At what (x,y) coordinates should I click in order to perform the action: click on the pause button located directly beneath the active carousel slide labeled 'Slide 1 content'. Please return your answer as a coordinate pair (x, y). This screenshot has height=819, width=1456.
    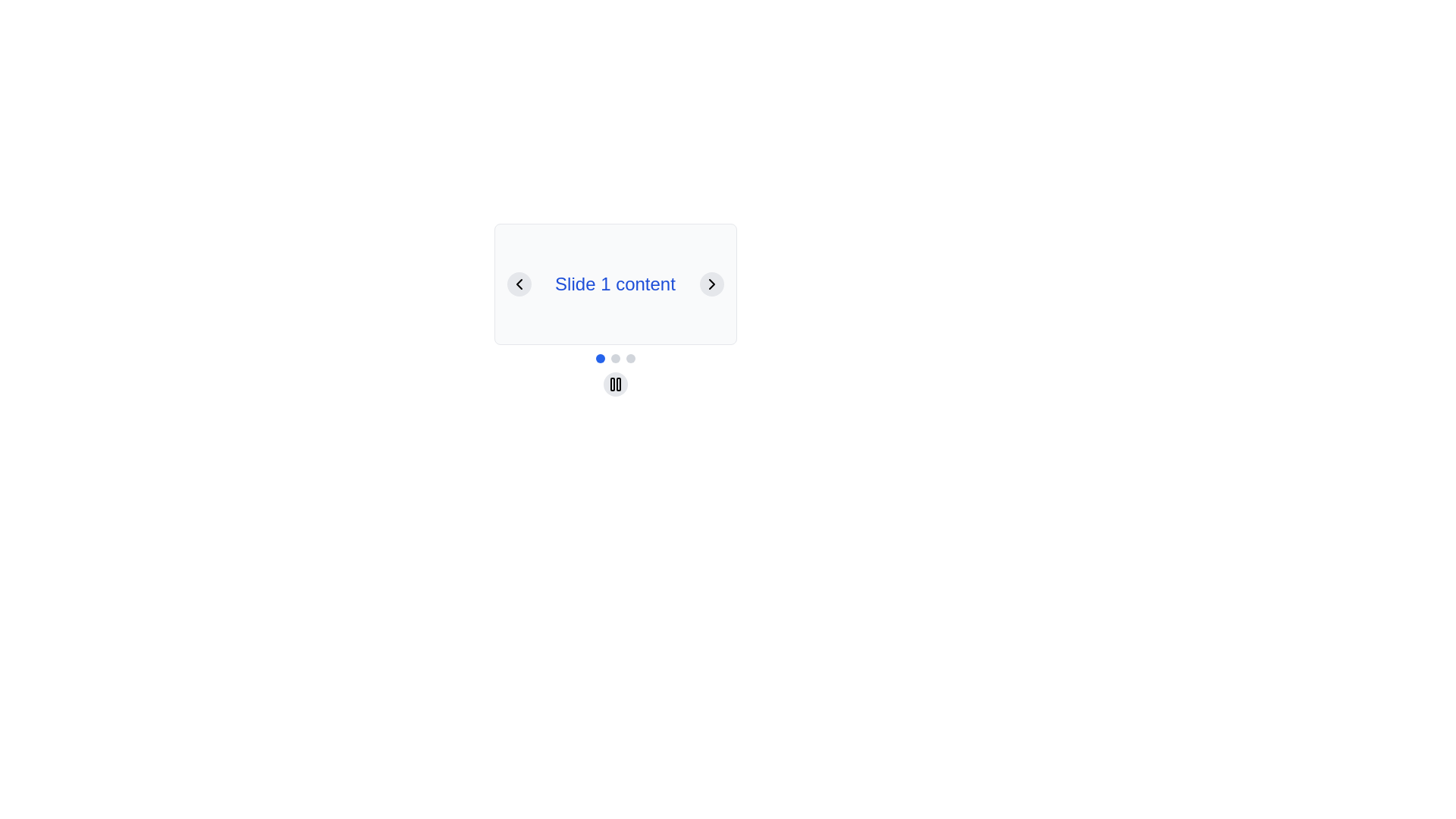
    Looking at the image, I should click on (615, 383).